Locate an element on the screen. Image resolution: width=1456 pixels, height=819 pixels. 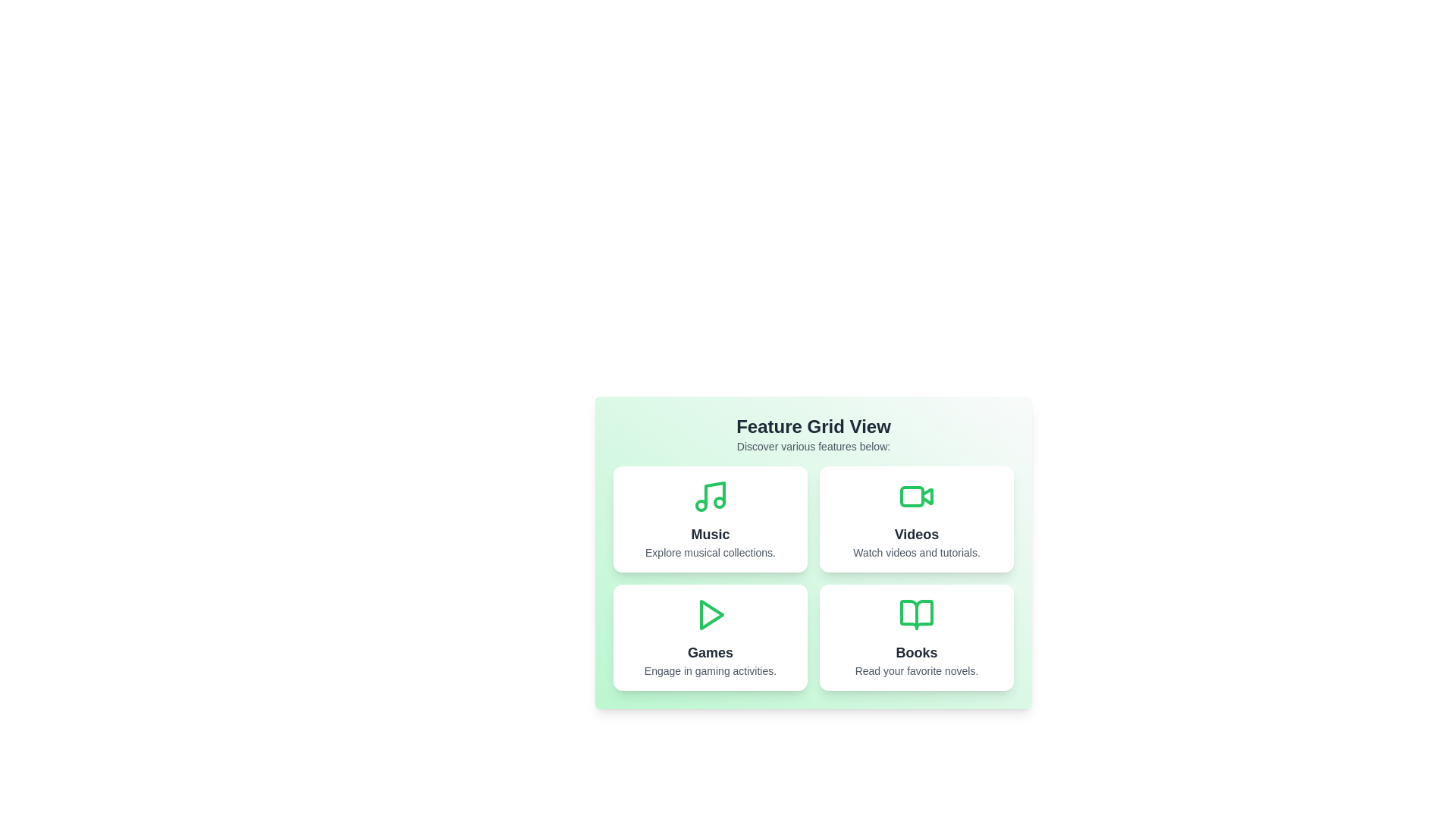
the Games card to explore its functionality is located at coordinates (709, 637).